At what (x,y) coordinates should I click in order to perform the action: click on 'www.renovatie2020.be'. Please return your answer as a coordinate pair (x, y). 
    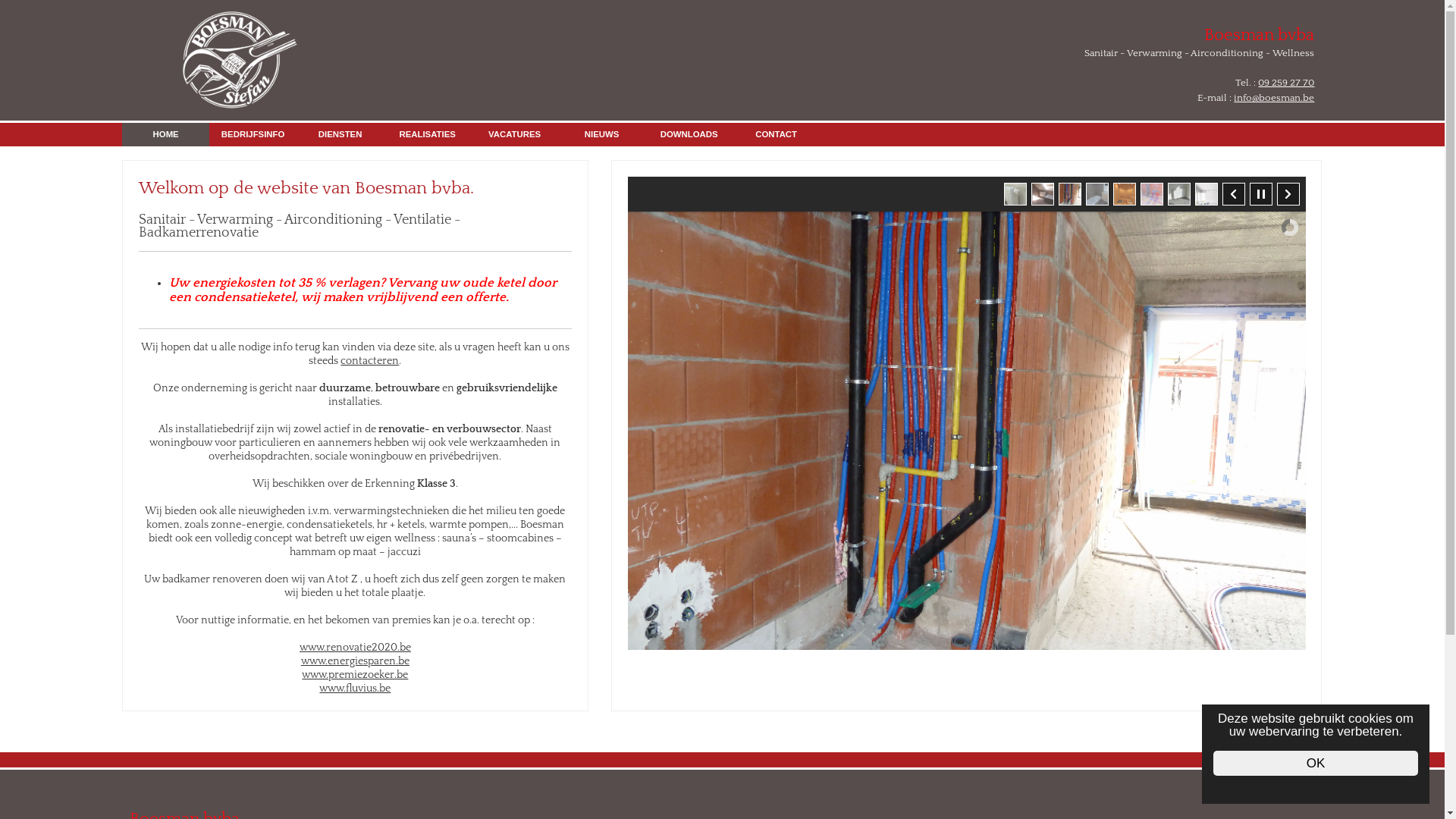
    Looking at the image, I should click on (354, 647).